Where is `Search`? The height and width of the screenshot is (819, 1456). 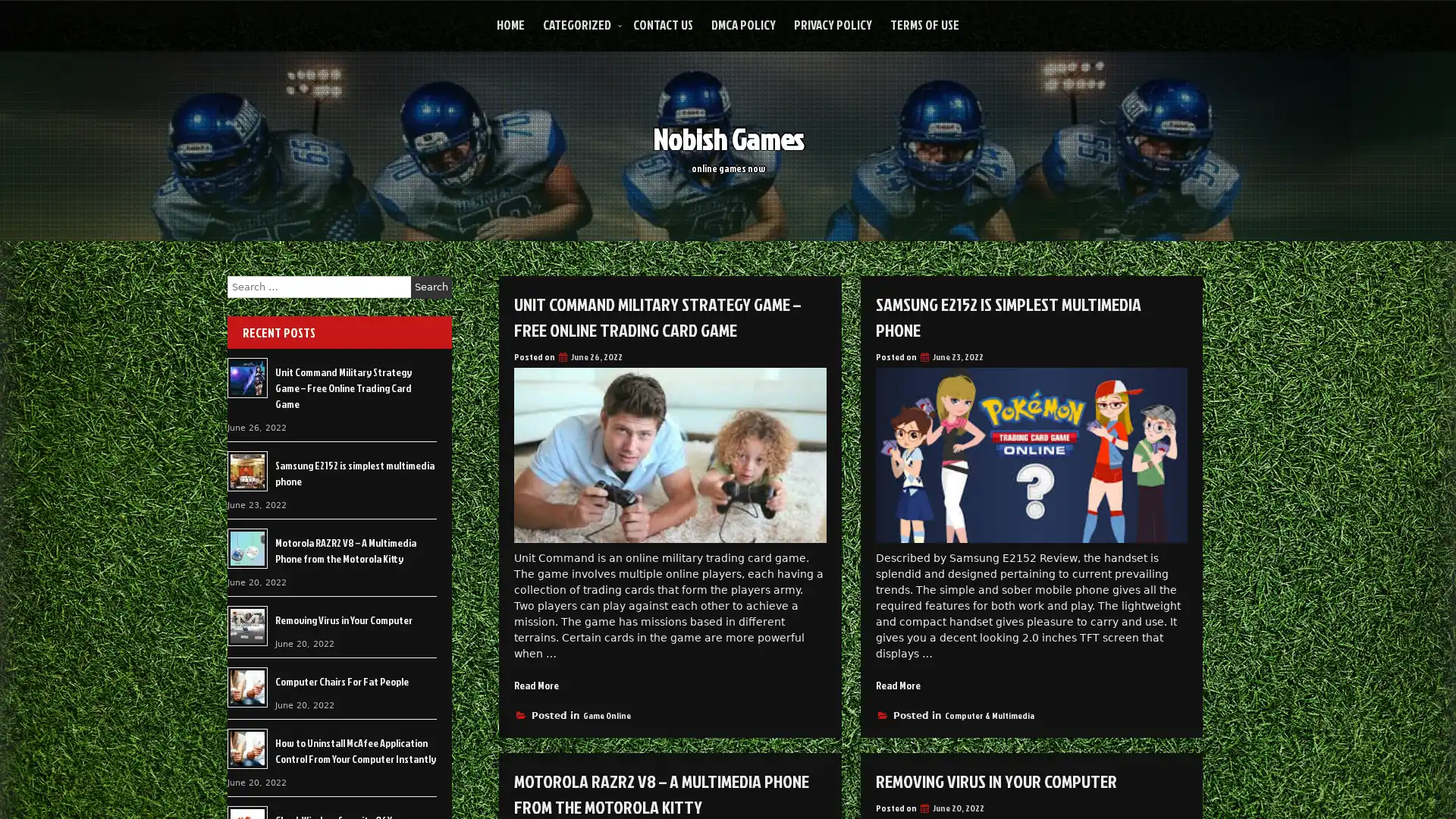
Search is located at coordinates (431, 287).